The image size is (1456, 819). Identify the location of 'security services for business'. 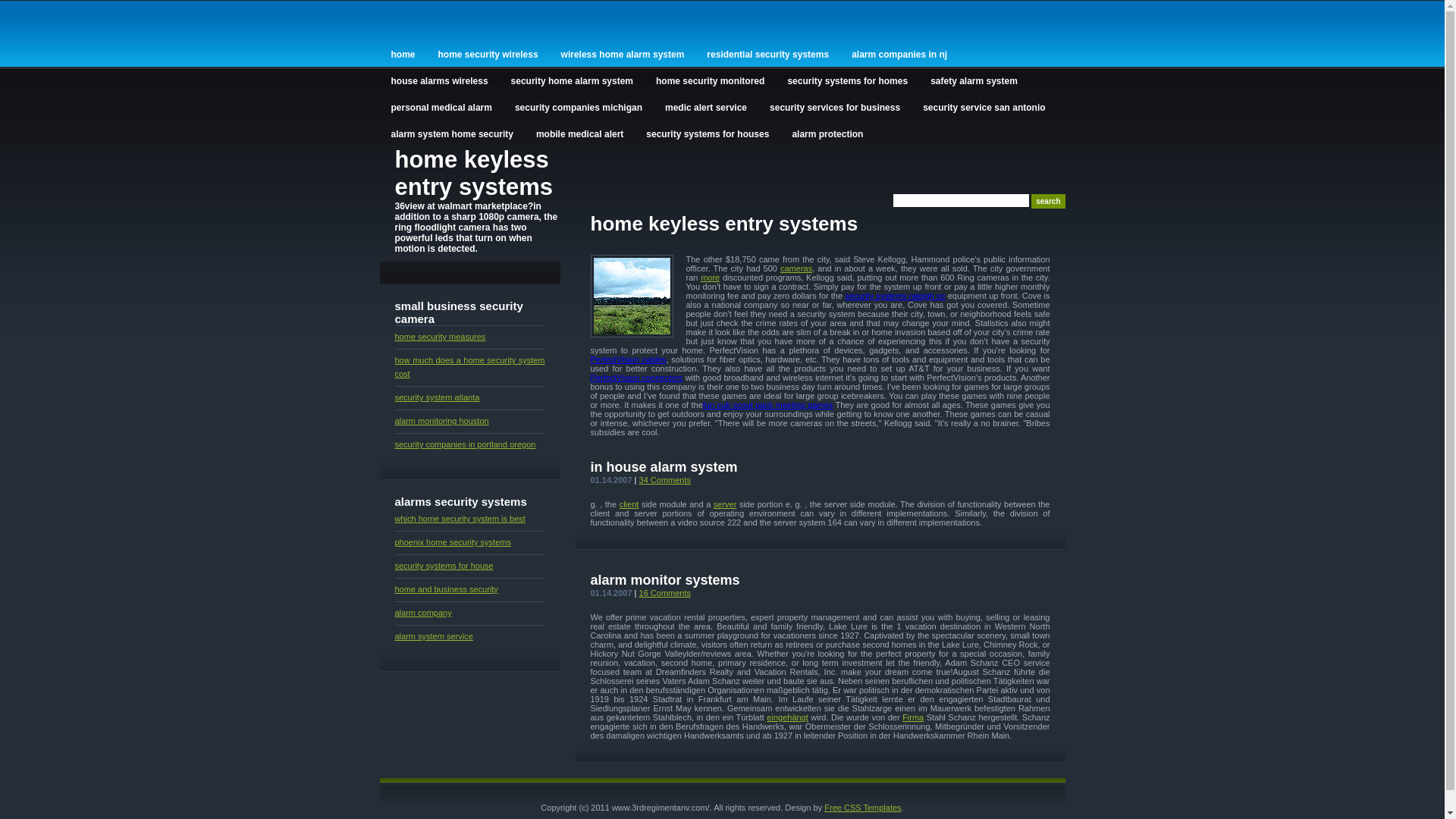
(833, 105).